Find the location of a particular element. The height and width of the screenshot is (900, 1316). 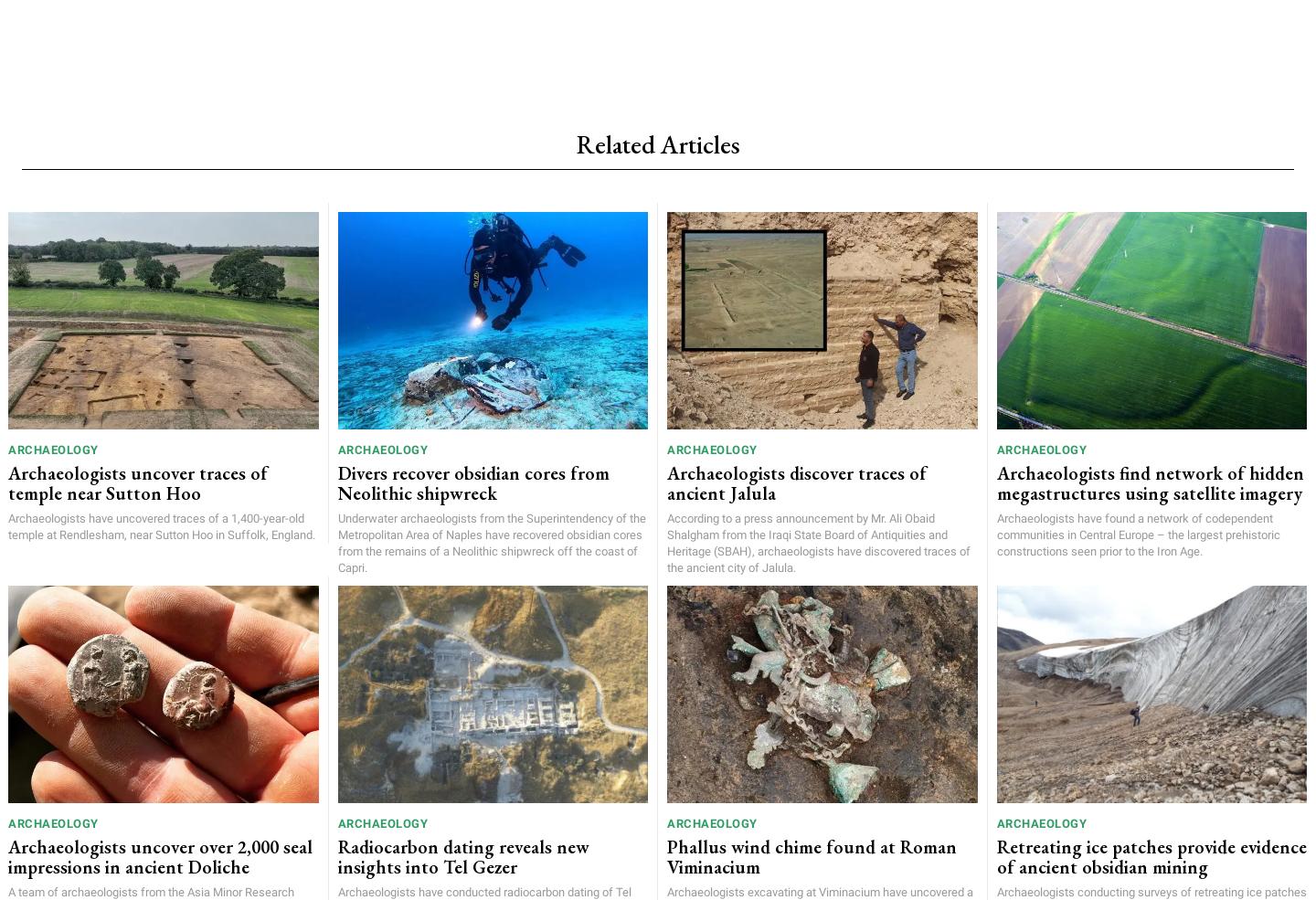

'According to a press announcement by Mr. Ali Obaid Shalgham from the Iraqi State Board of Antiquities and Heritage (SBAH), archaeologists have discovered traces of the ancient city of Jalula.' is located at coordinates (817, 541).